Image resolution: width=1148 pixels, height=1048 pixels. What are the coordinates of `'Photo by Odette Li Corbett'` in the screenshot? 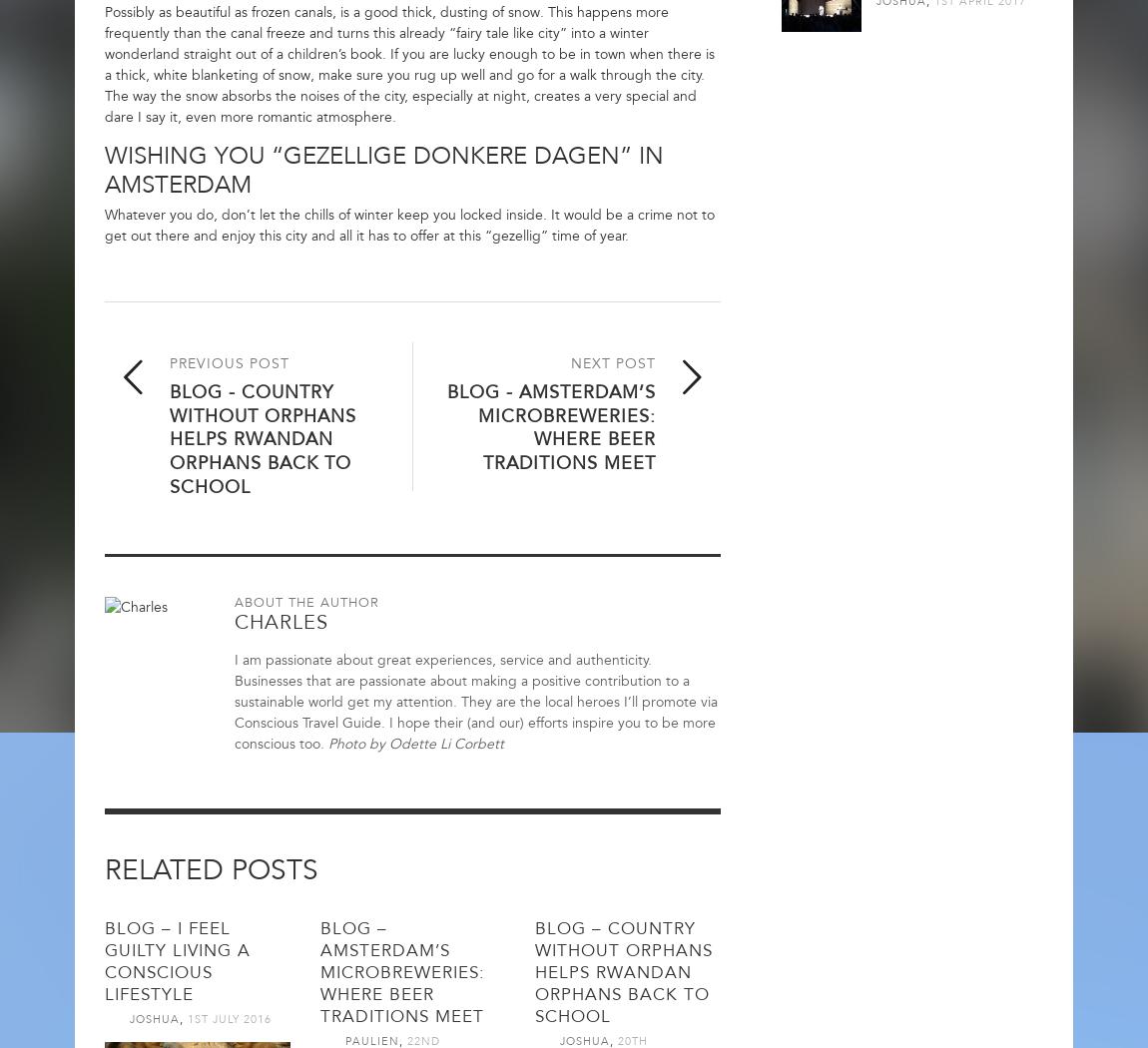 It's located at (415, 742).